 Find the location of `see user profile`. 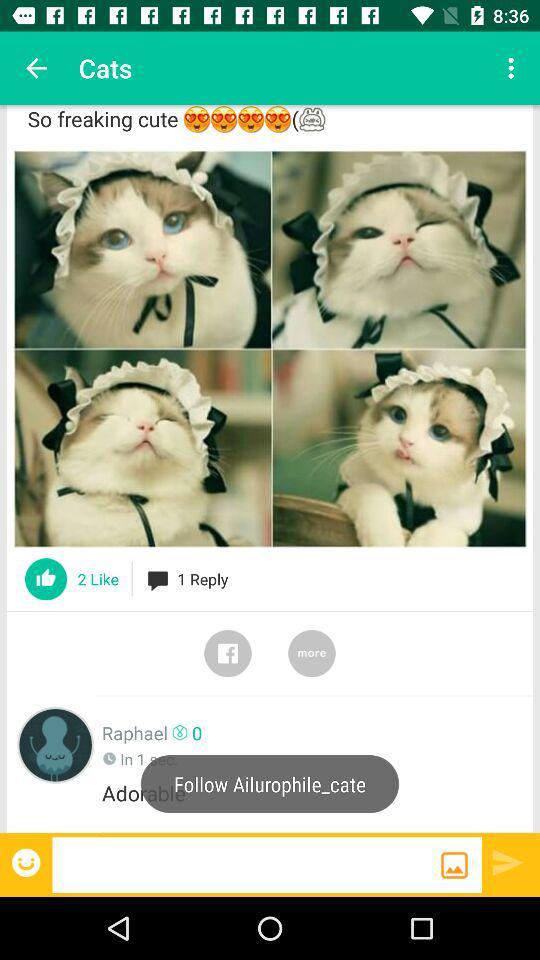

see user profile is located at coordinates (55, 744).